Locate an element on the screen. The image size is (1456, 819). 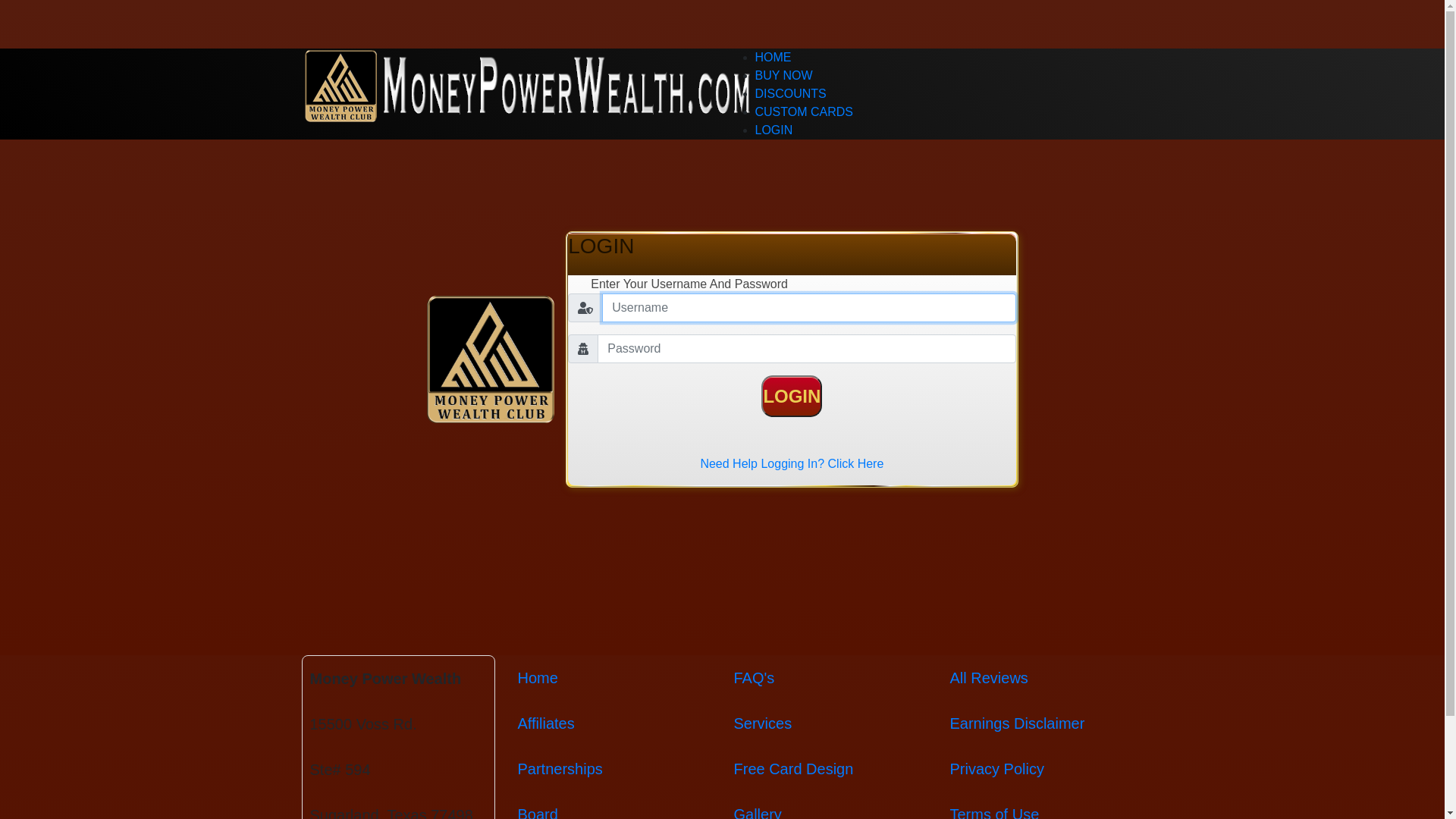
'Free Card Design' is located at coordinates (792, 769).